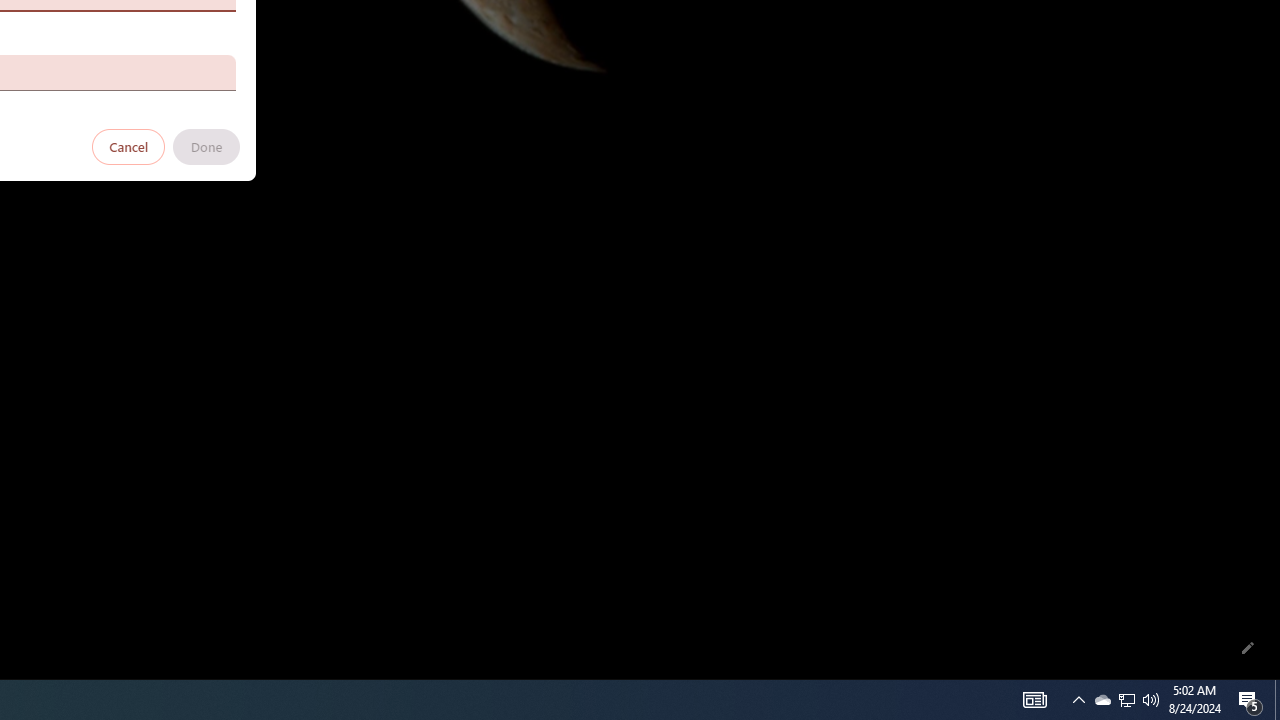 Image resolution: width=1280 pixels, height=720 pixels. Describe the element at coordinates (128, 145) in the screenshot. I see `'Cancel'` at that location.